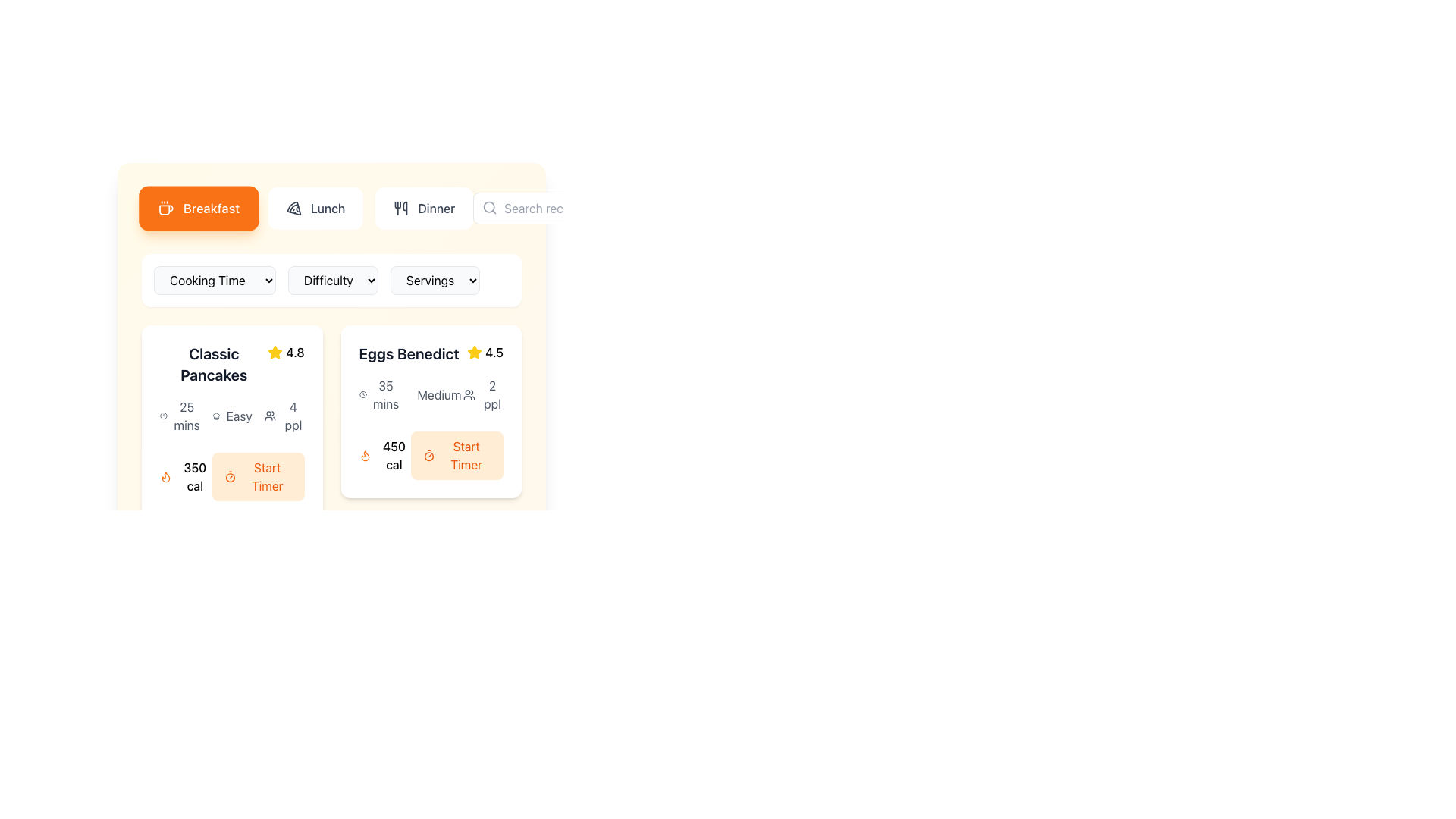 The height and width of the screenshot is (819, 1456). Describe the element at coordinates (213, 365) in the screenshot. I see `the text label displaying the recipe name located at the top-left part of the card structure, to read the displayed text` at that location.